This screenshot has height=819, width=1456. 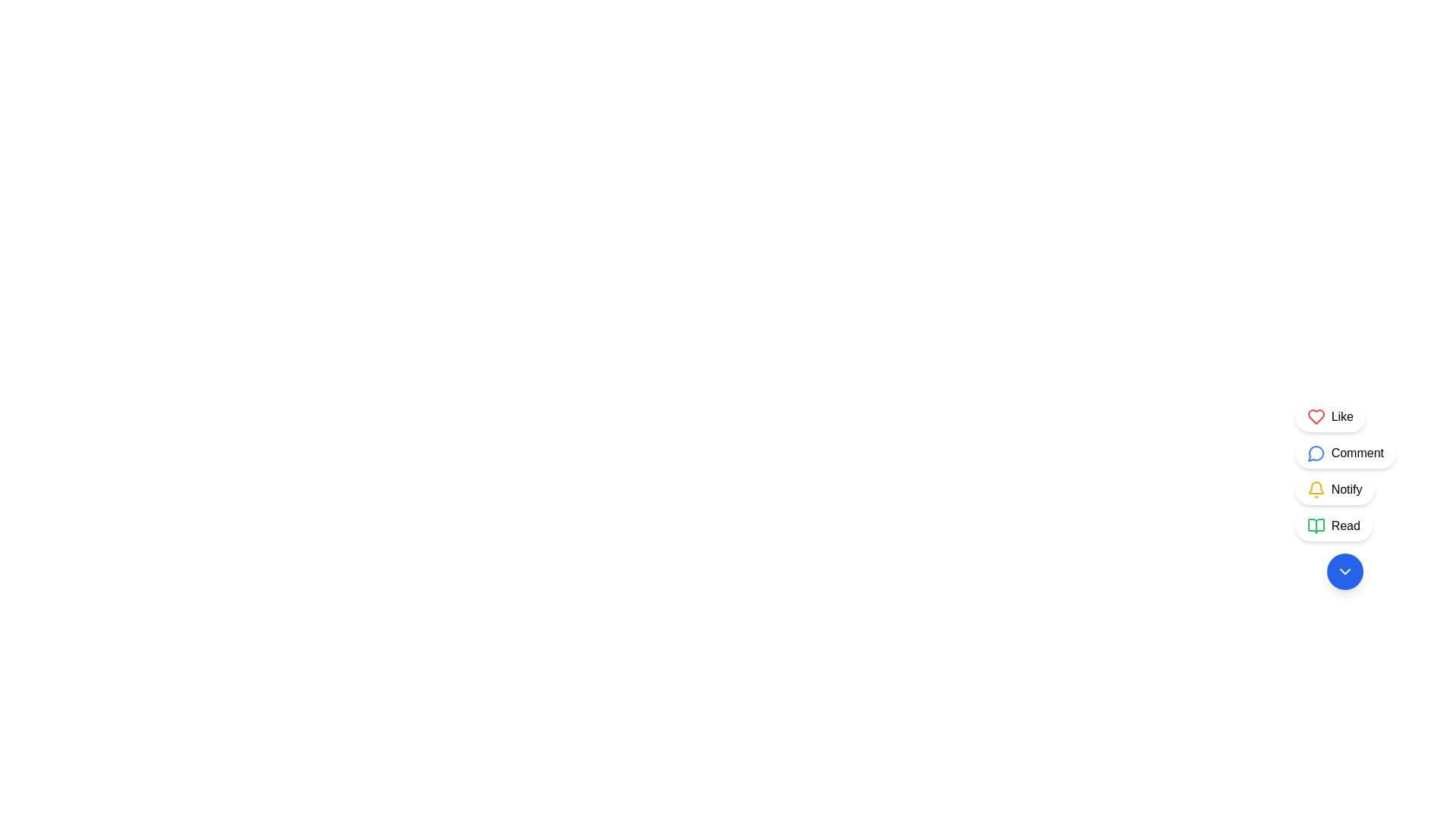 I want to click on the notification icon located in the third option labeled 'Notify', so click(x=1314, y=489).